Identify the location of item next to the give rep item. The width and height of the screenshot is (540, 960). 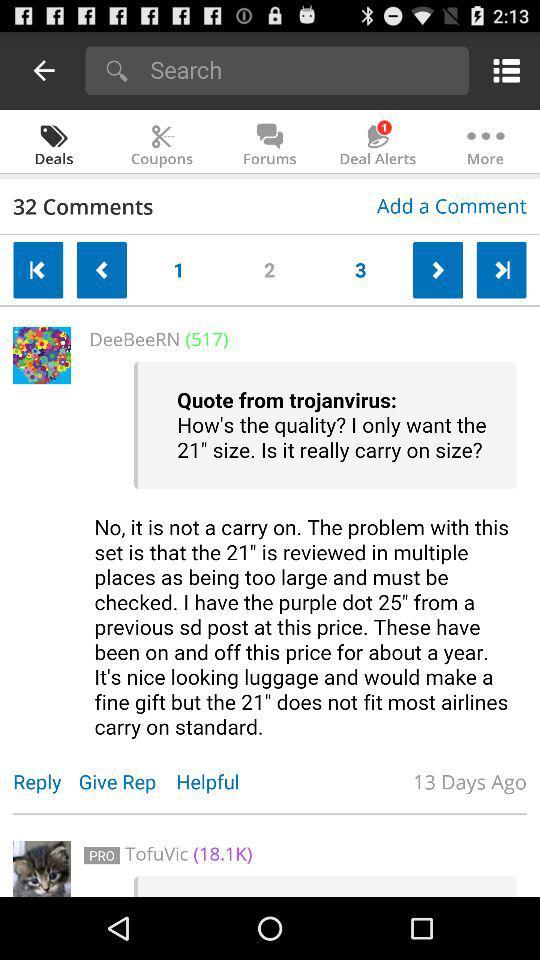
(45, 781).